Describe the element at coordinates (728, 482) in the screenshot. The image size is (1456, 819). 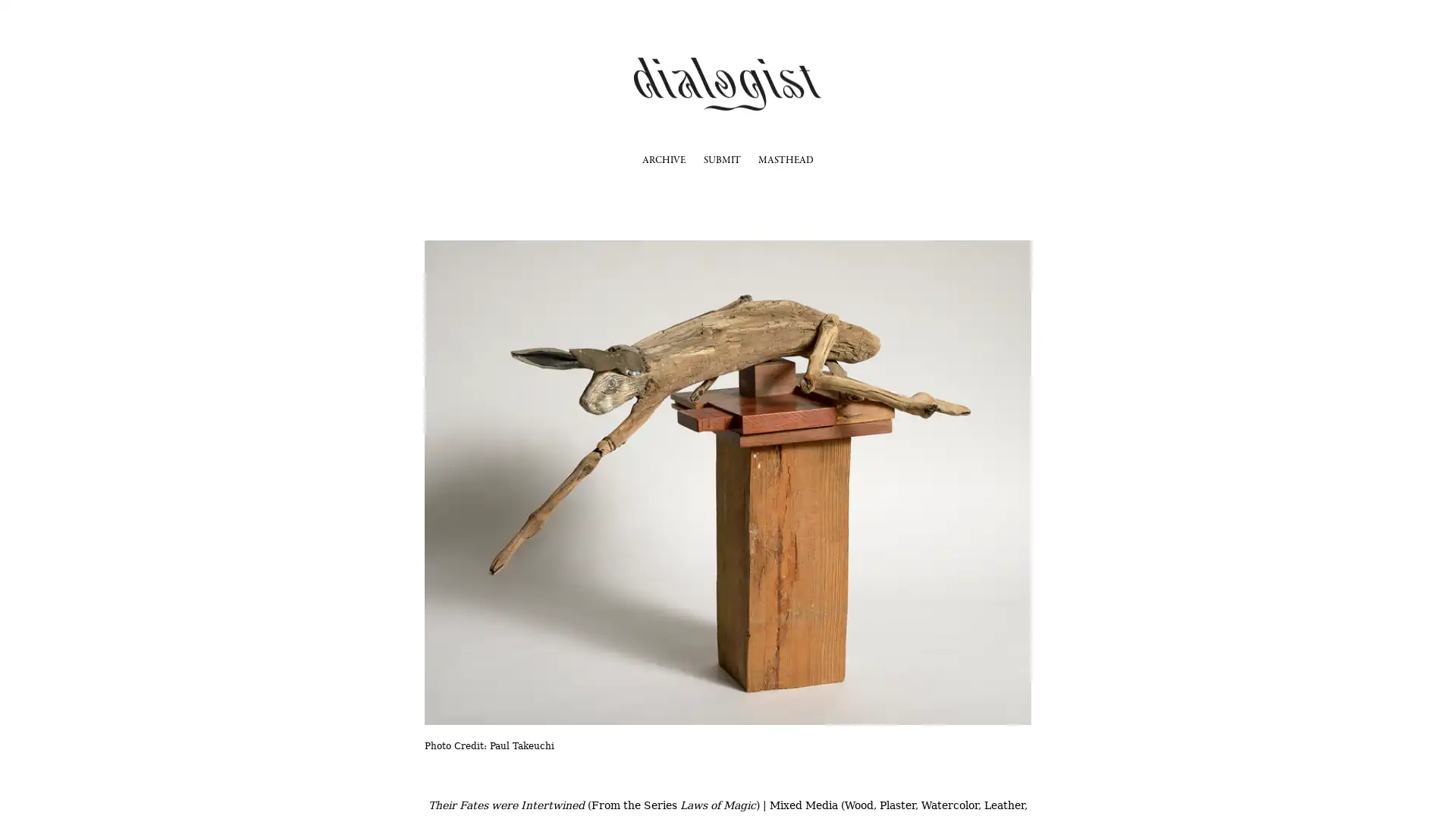
I see `View fullsize Photo Credit: Paul Takeuchi` at that location.